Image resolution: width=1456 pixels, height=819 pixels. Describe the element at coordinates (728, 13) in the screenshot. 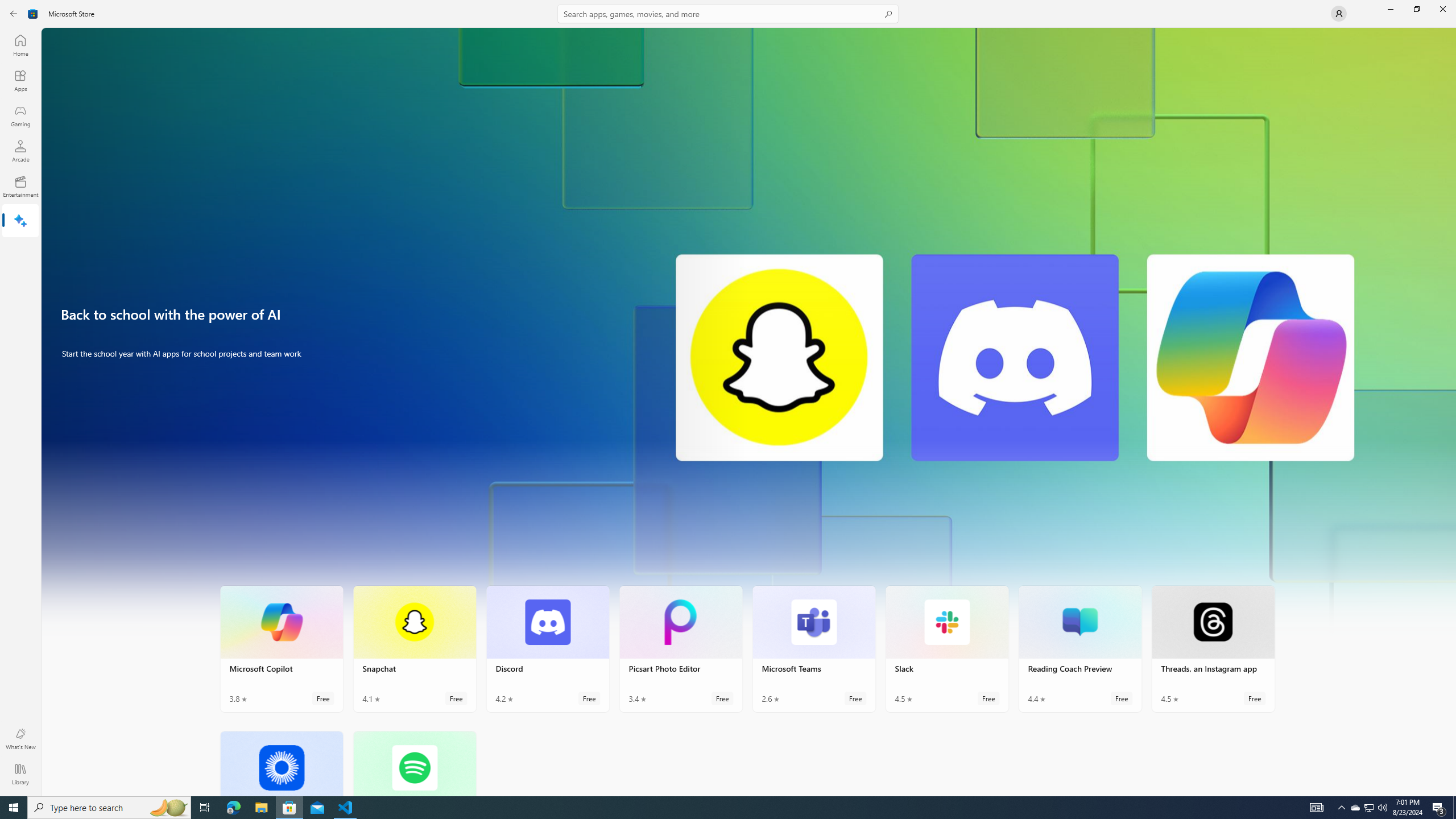

I see `'Search'` at that location.